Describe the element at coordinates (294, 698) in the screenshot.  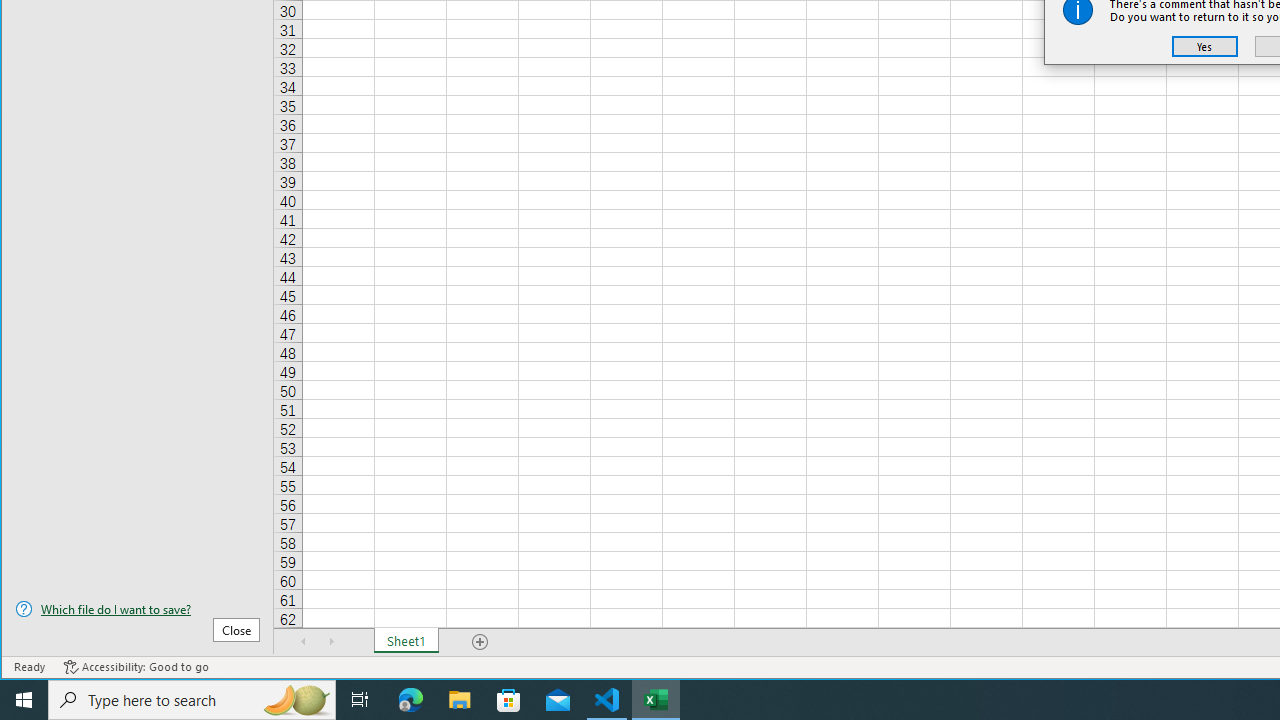
I see `'Search highlights icon opens search home window'` at that location.